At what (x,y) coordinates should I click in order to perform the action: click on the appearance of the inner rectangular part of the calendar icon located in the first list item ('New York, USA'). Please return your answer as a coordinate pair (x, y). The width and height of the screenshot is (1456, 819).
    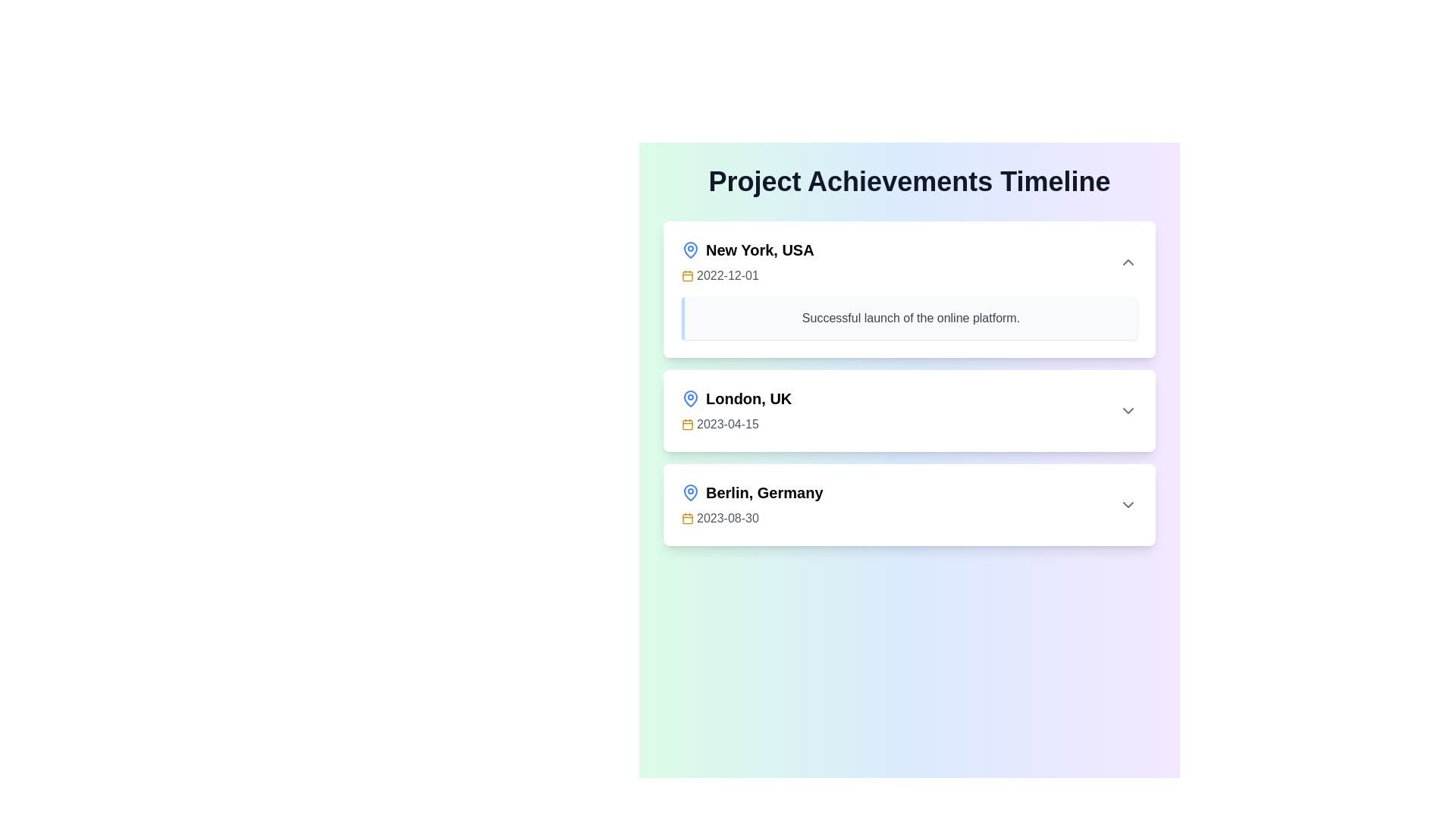
    Looking at the image, I should click on (687, 275).